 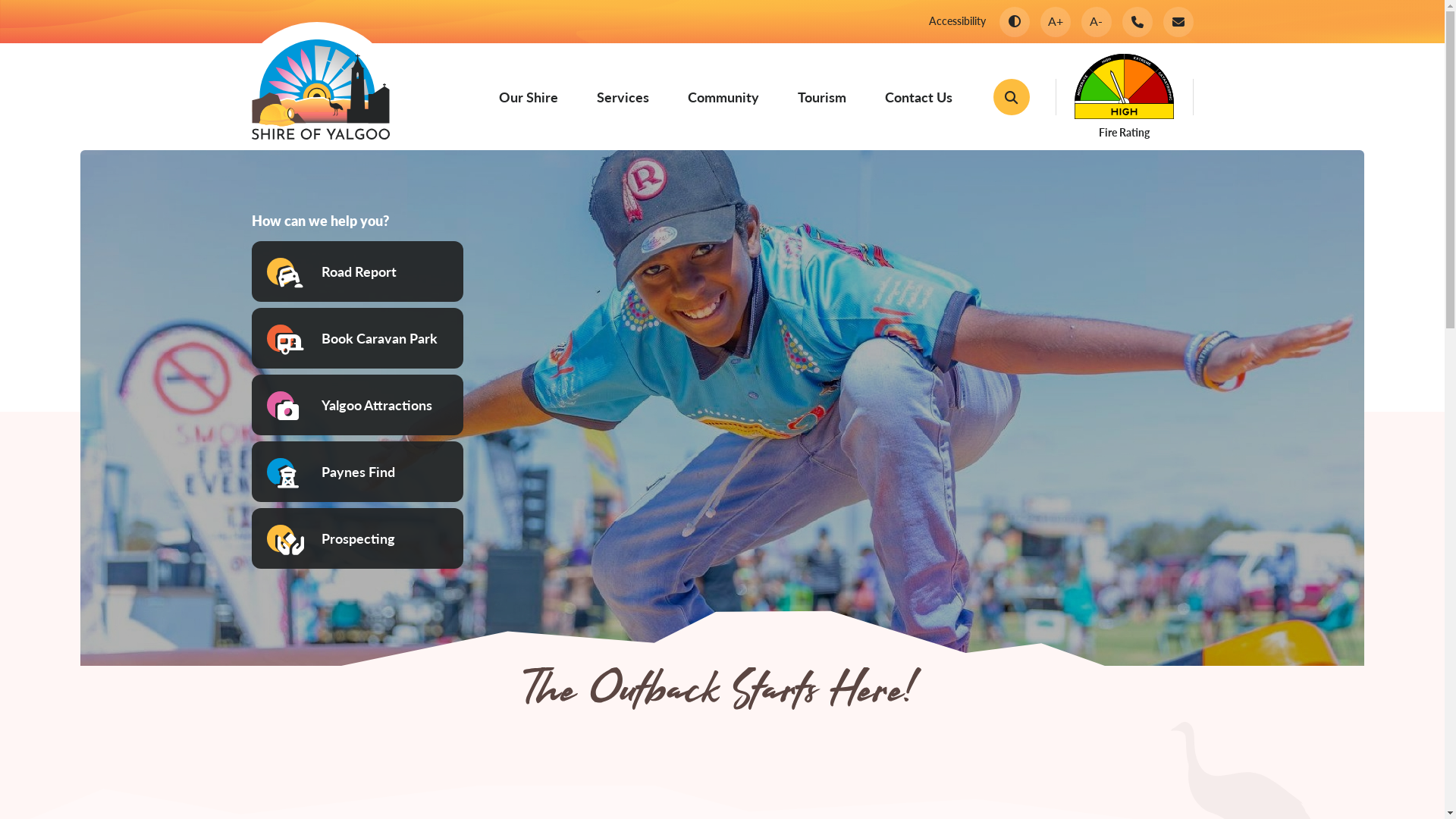 What do you see at coordinates (1012, 96) in the screenshot?
I see `'Toggle the Wesbite Search'` at bounding box center [1012, 96].